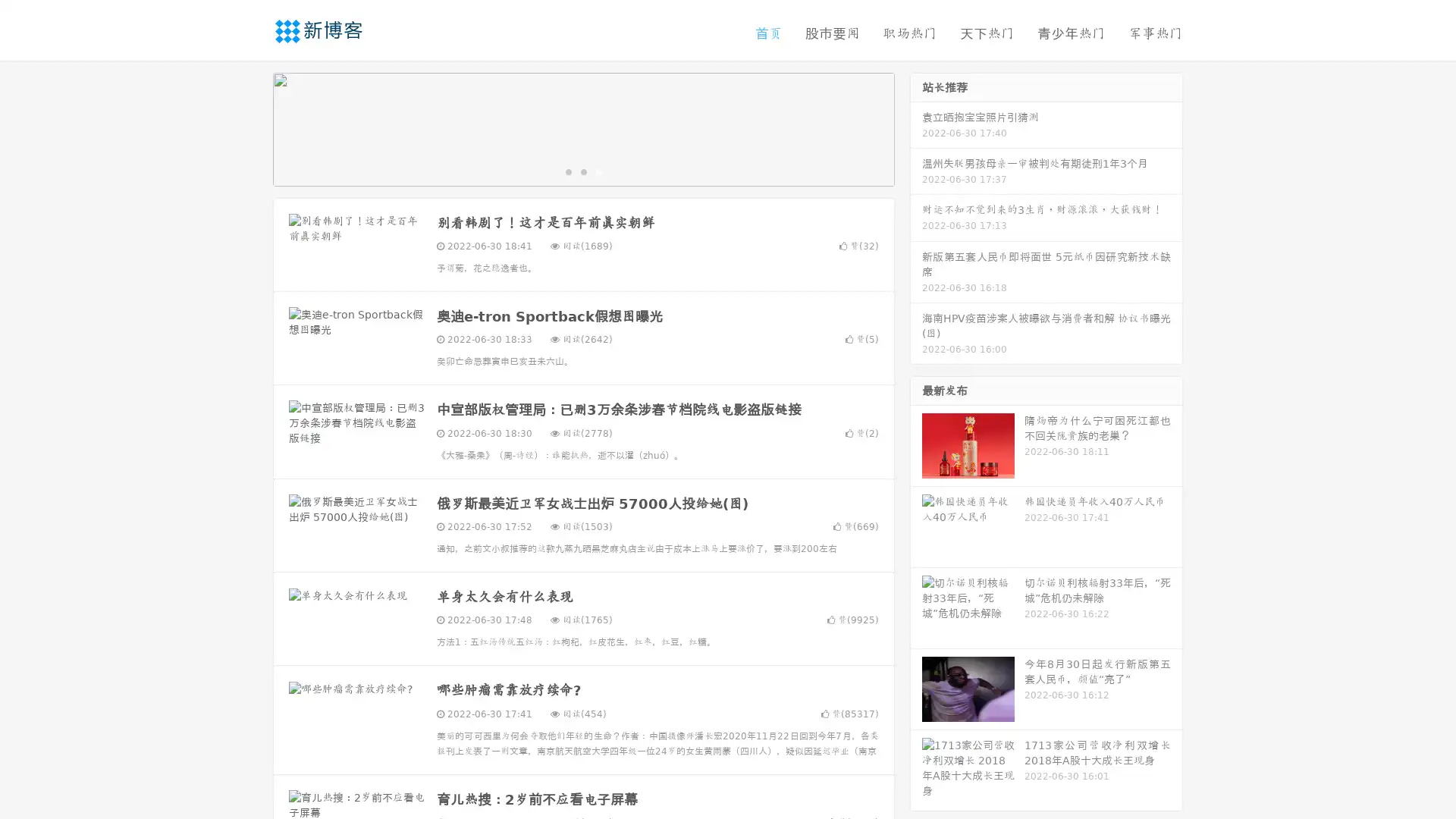 The image size is (1456, 819). I want to click on Go to slide 2, so click(582, 171).